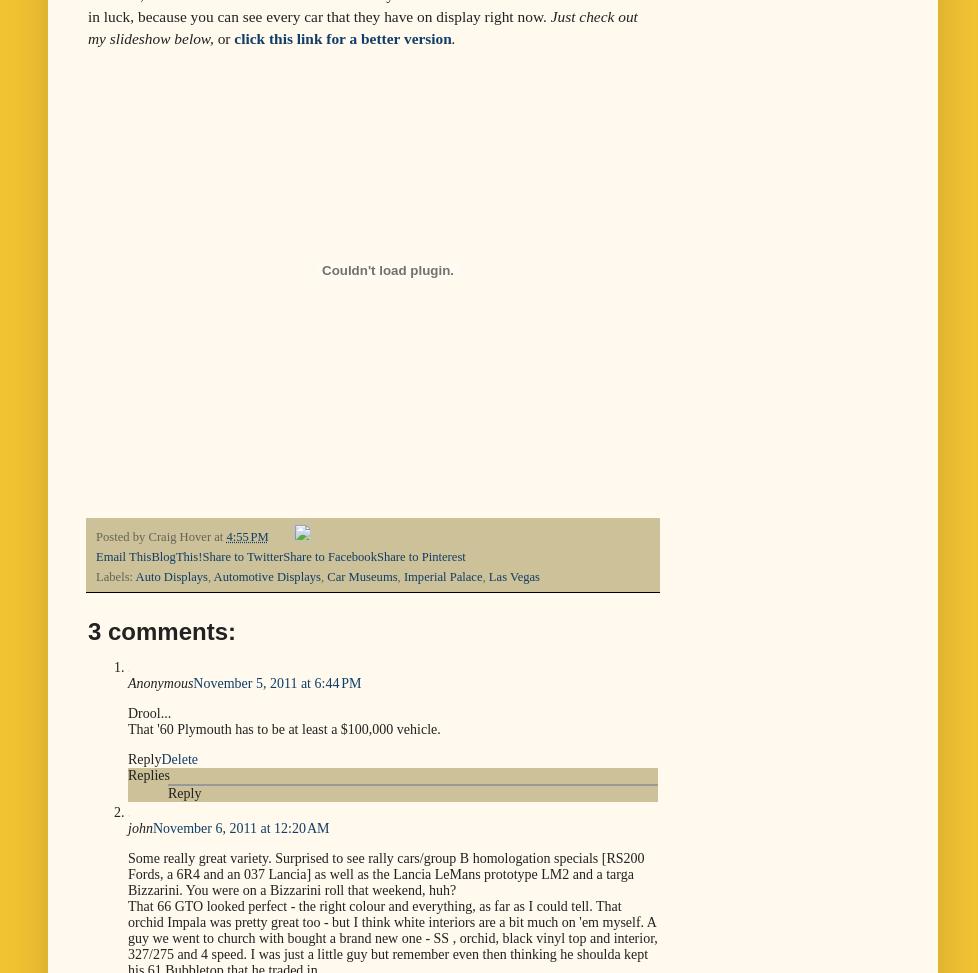 Image resolution: width=978 pixels, height=973 pixels. Describe the element at coordinates (452, 37) in the screenshot. I see `'.'` at that location.